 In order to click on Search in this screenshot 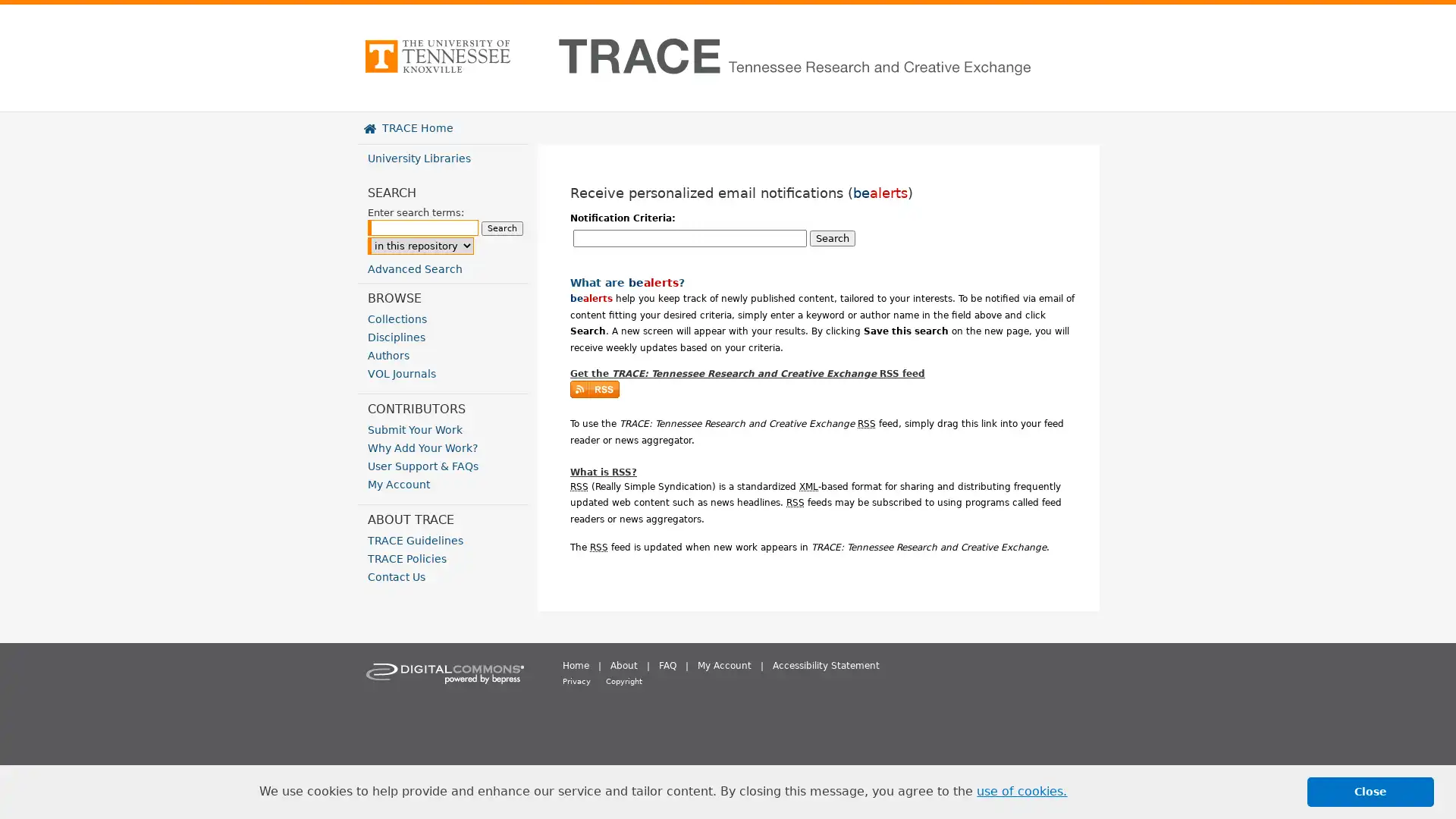, I will do `click(502, 228)`.